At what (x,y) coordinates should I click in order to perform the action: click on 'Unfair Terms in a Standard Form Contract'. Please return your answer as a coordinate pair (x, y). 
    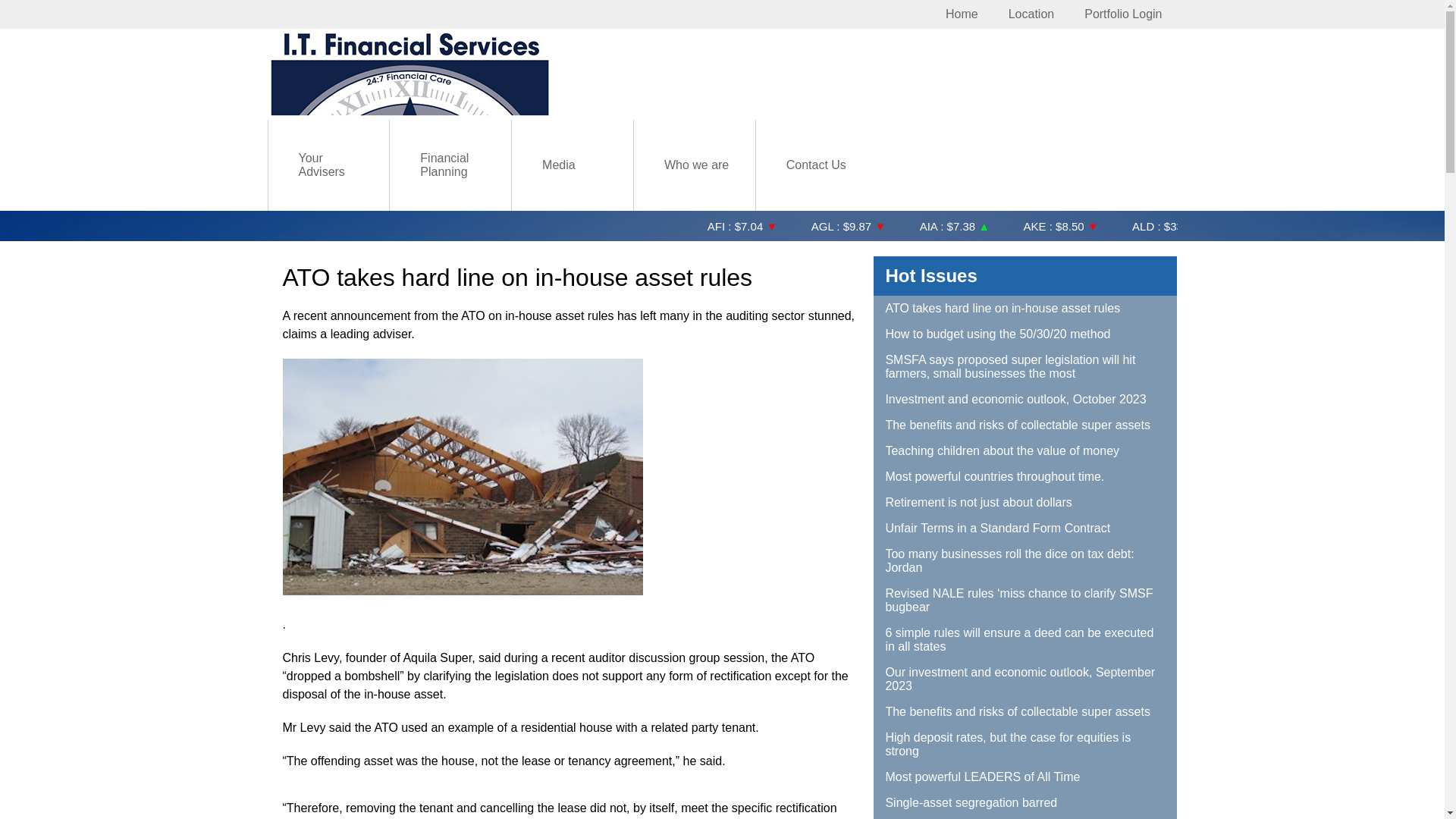
    Looking at the image, I should click on (1025, 528).